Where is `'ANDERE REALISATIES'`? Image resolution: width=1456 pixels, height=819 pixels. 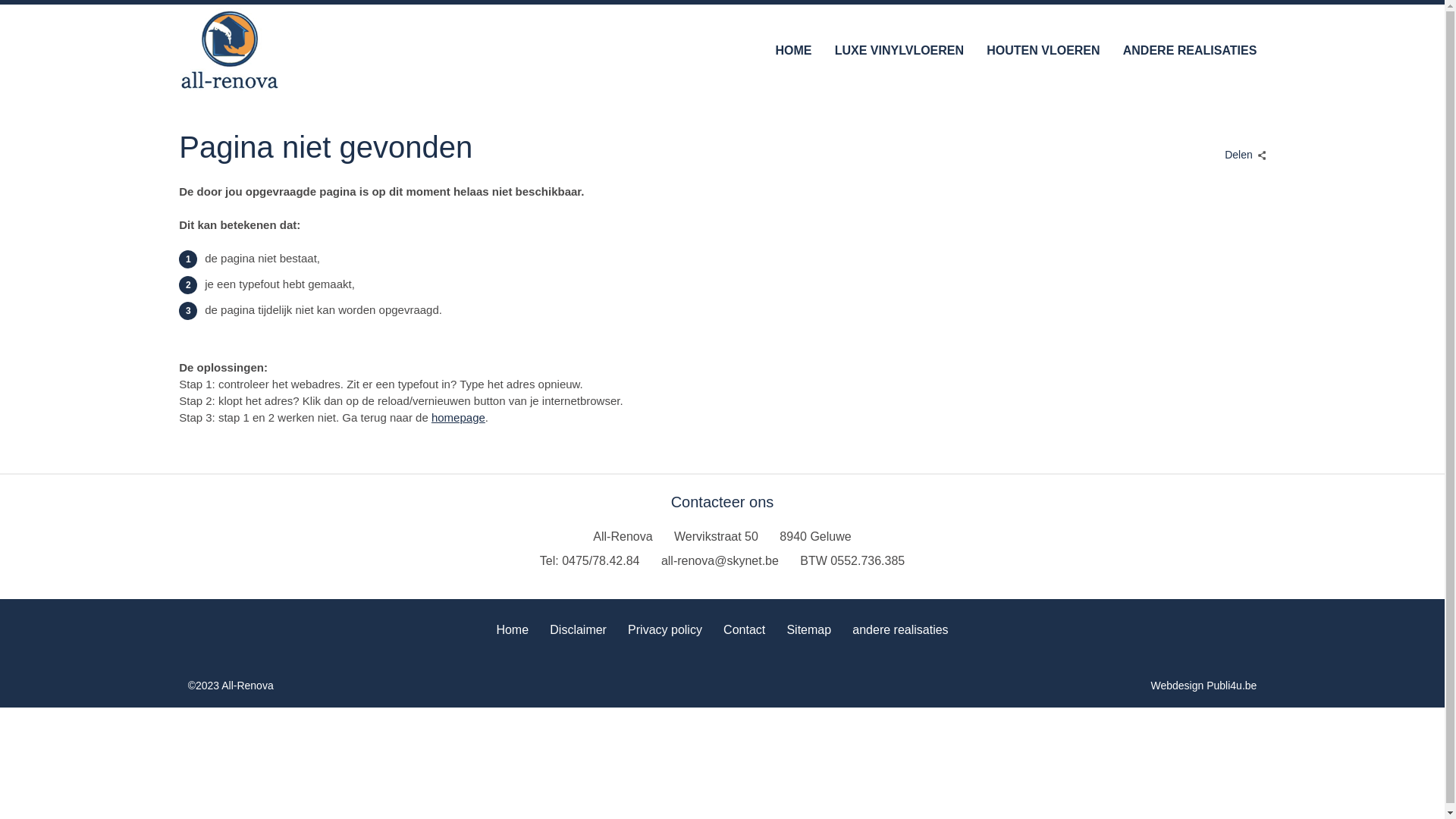 'ANDERE REALISATIES' is located at coordinates (1123, 49).